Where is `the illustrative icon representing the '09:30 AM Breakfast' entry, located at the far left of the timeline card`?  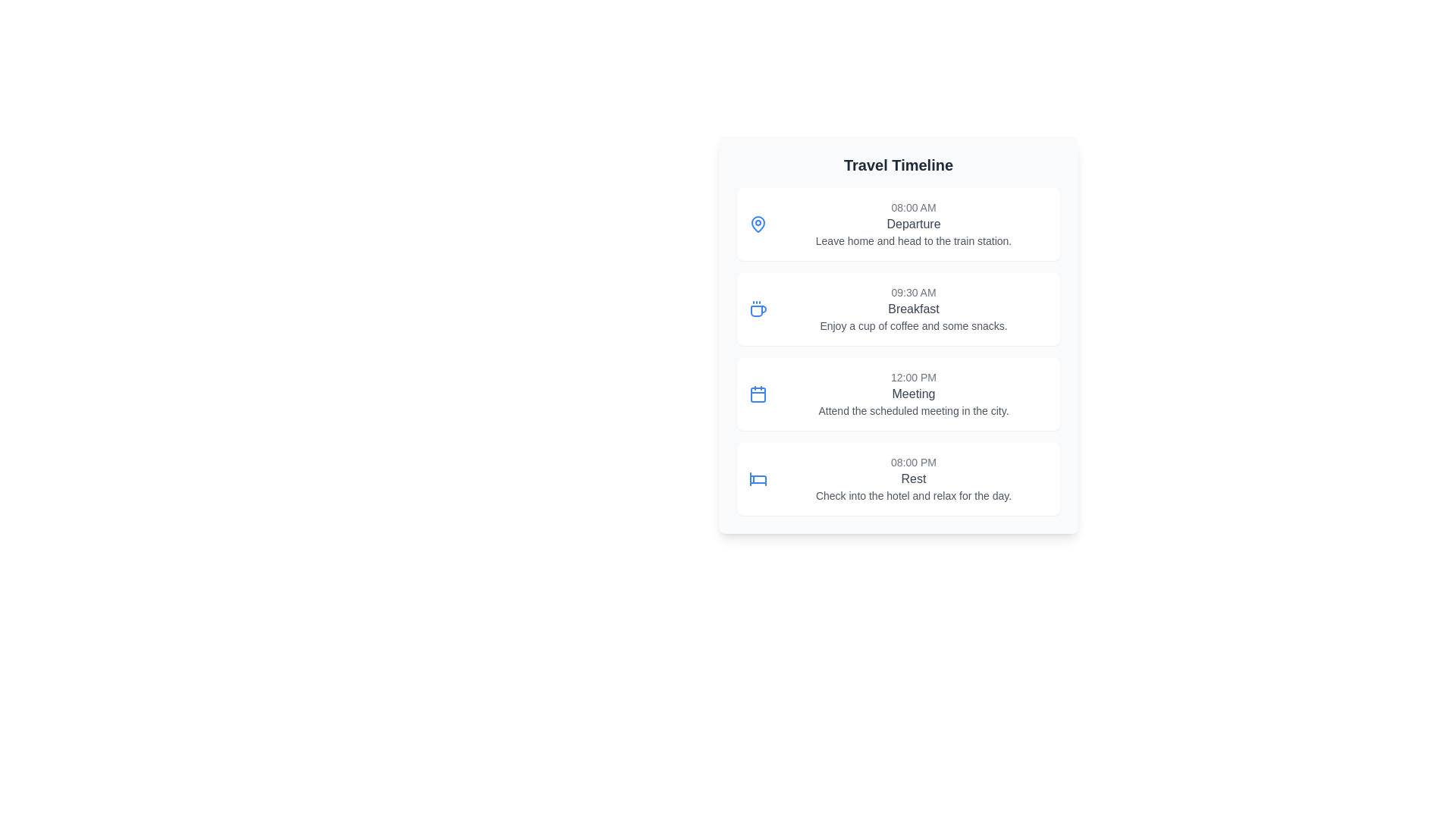
the illustrative icon representing the '09:30 AM Breakfast' entry, located at the far left of the timeline card is located at coordinates (758, 309).